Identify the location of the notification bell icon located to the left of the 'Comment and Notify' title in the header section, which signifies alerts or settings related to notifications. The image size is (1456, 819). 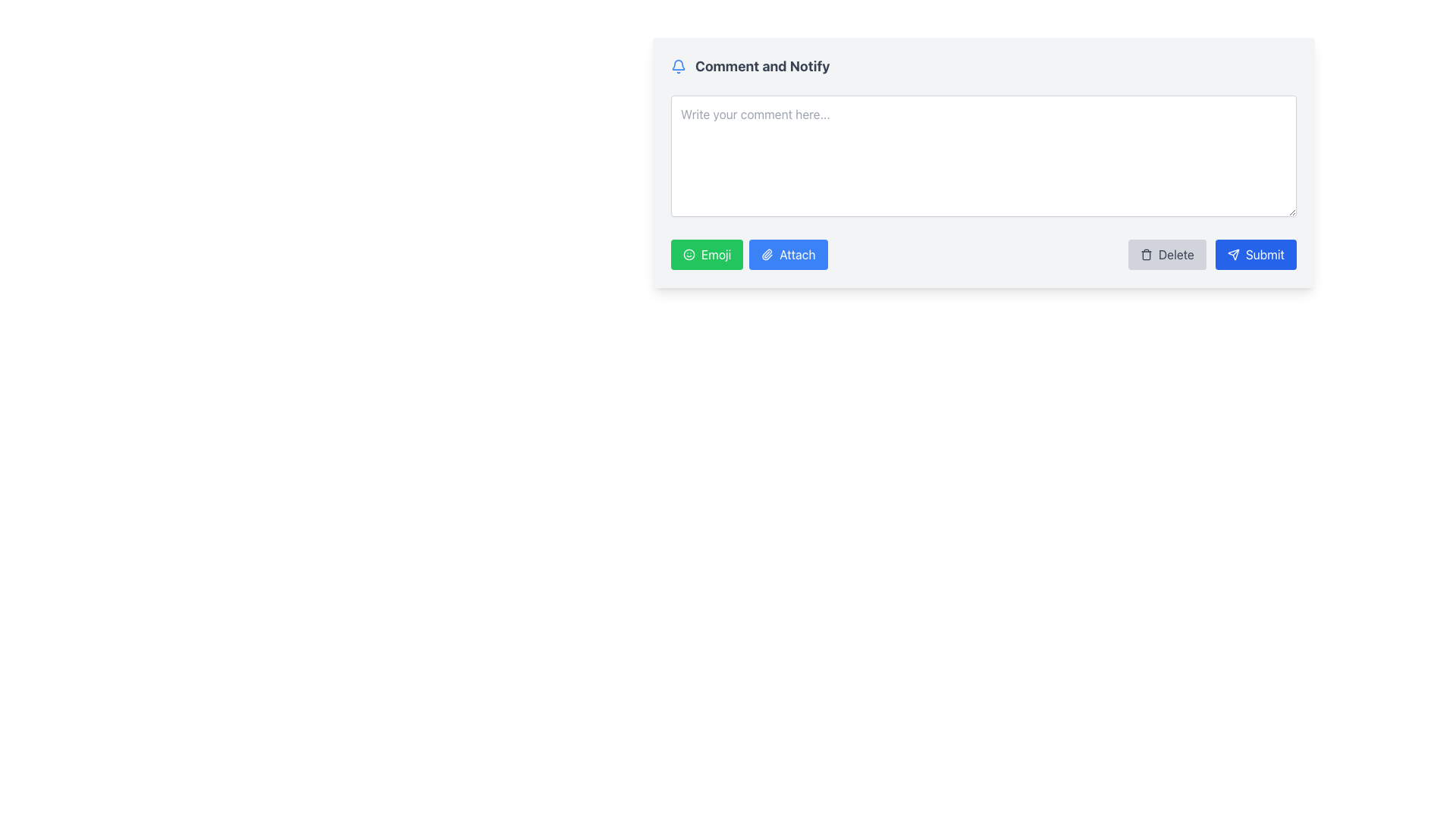
(677, 66).